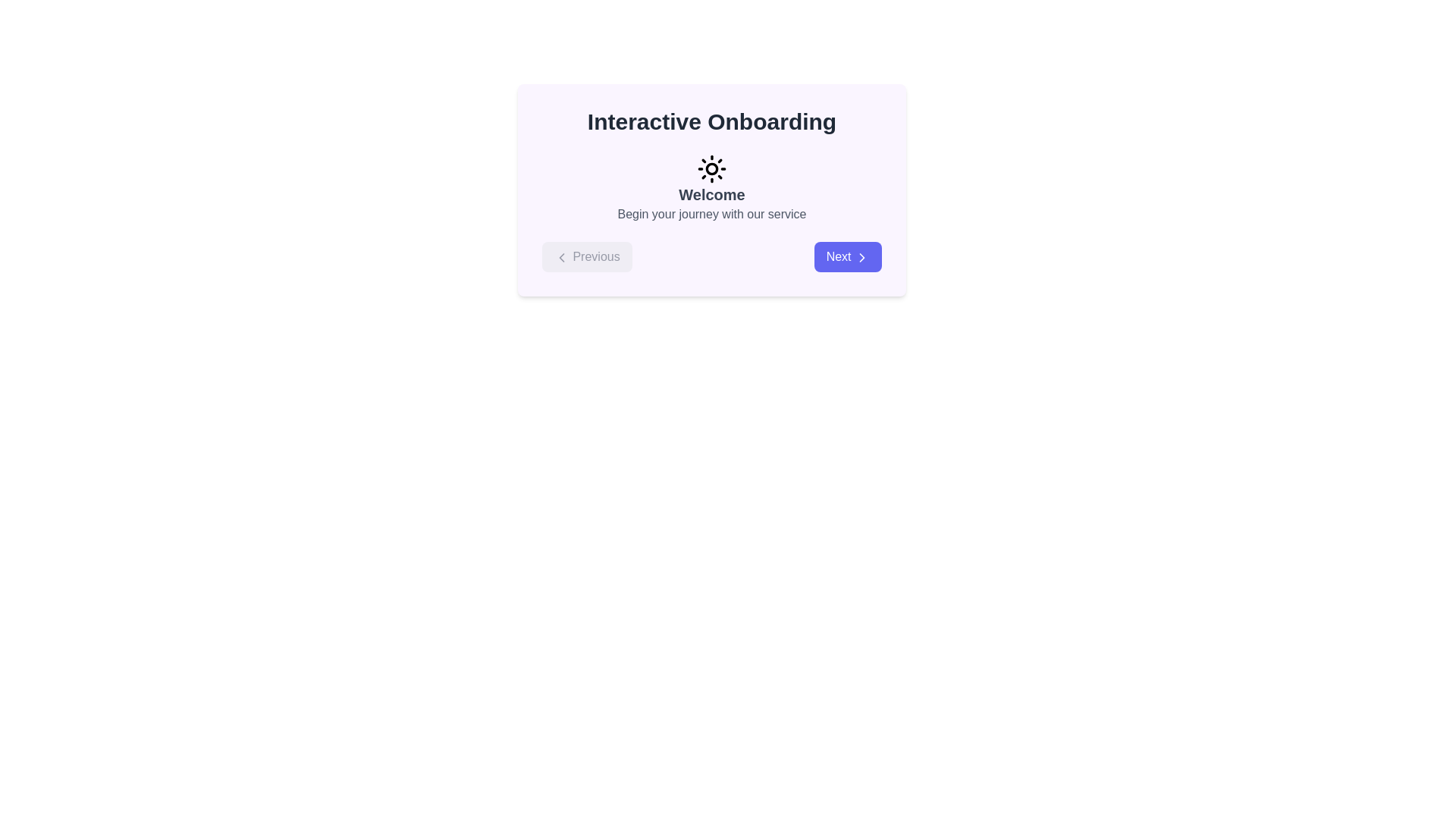 The height and width of the screenshot is (819, 1456). What do you see at coordinates (711, 194) in the screenshot?
I see `the Text Label positioned centrally beneath the sun-like icon and above the text description 'Begin your journey with our service.'` at bounding box center [711, 194].